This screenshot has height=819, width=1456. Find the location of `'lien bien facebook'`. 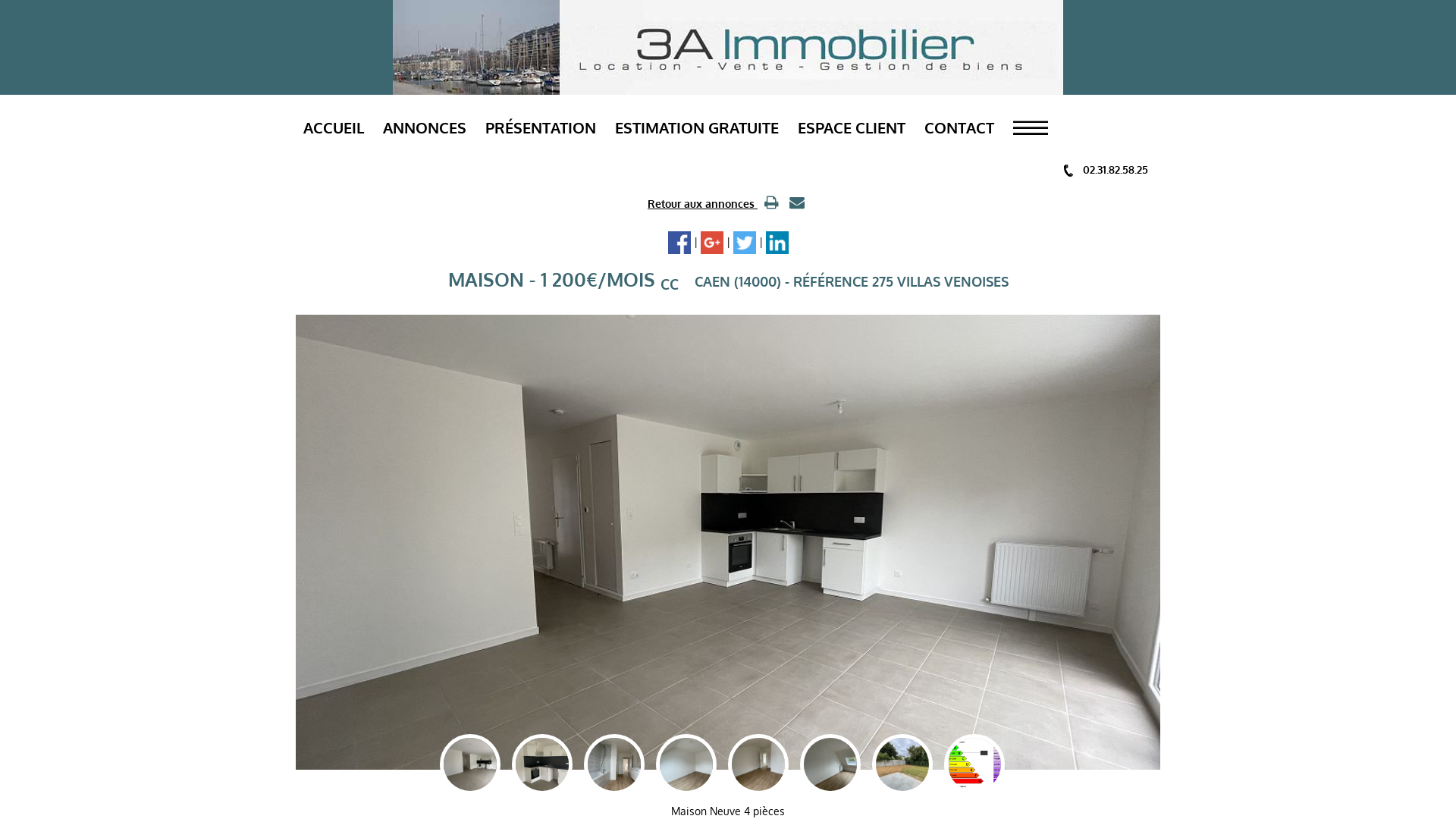

'lien bien facebook' is located at coordinates (677, 242).